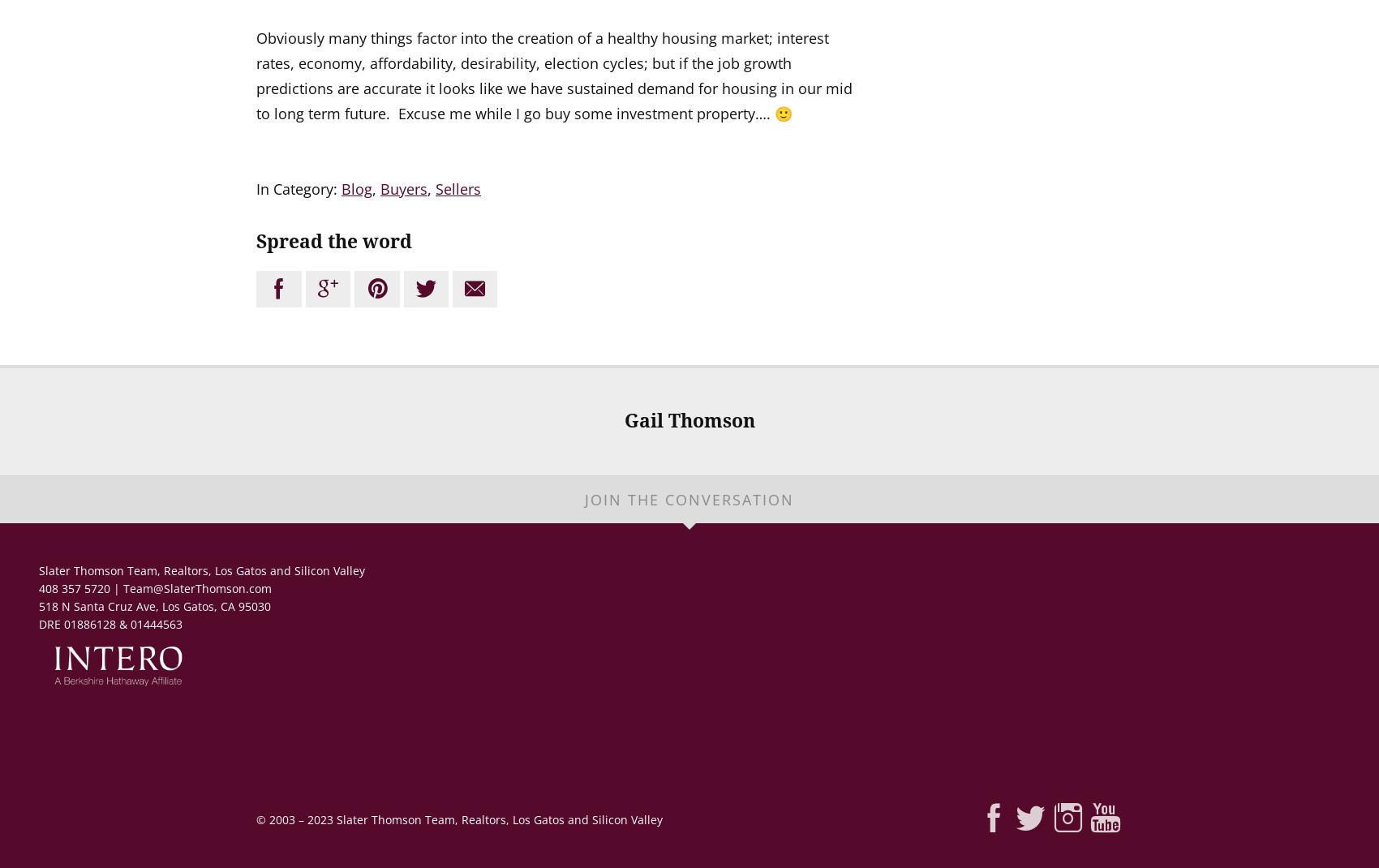  I want to click on 'Spread the word', so click(333, 242).